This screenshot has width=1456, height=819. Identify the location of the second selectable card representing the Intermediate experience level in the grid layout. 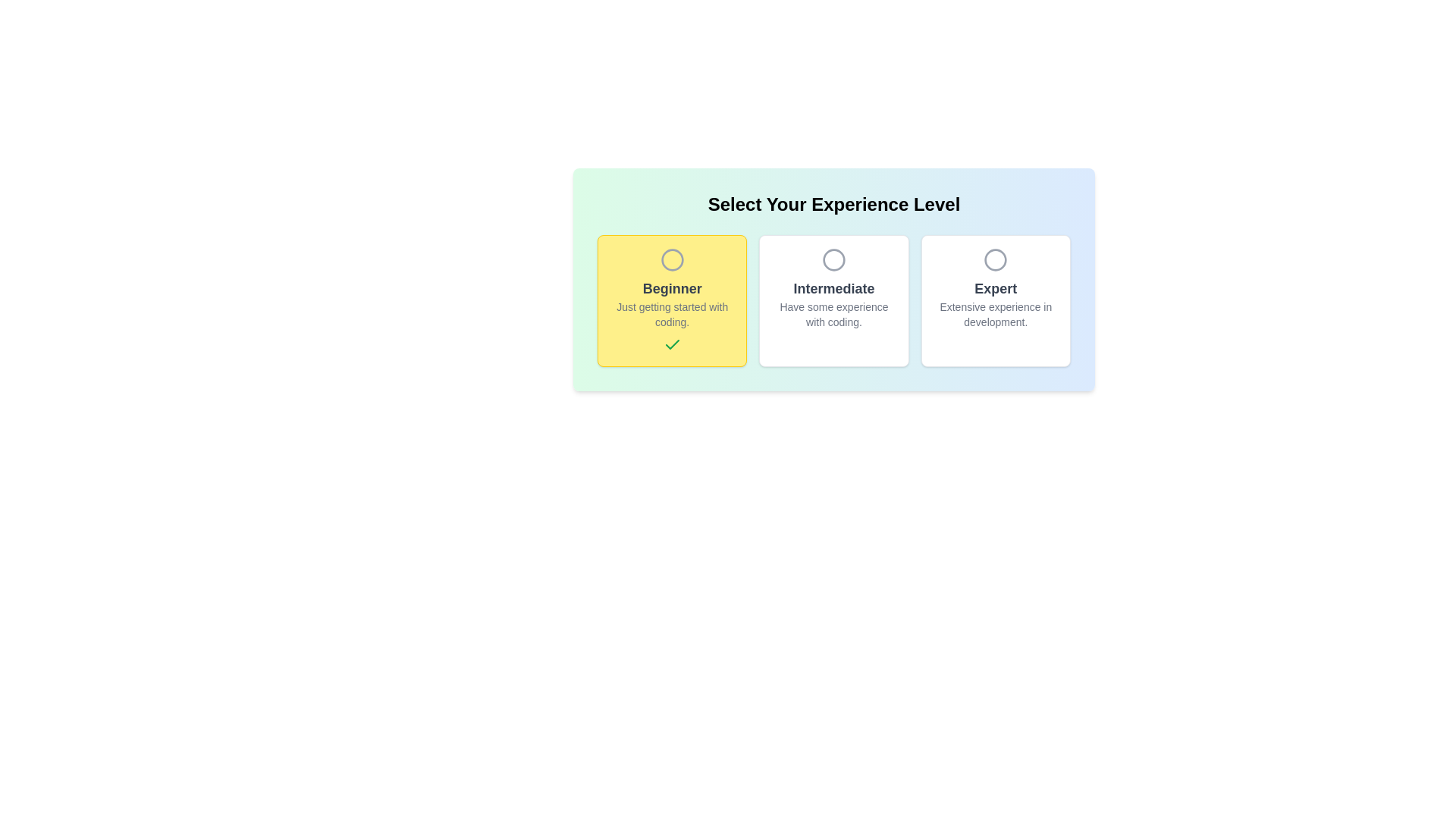
(833, 301).